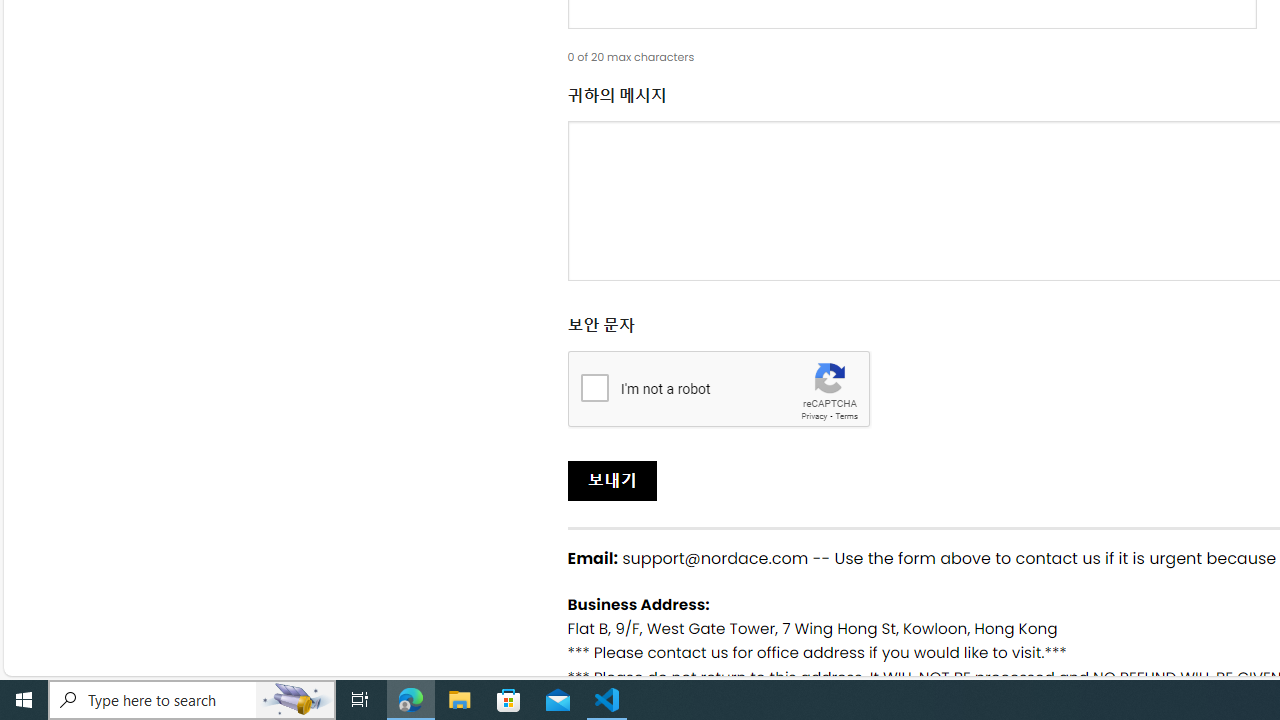 The height and width of the screenshot is (720, 1280). Describe the element at coordinates (846, 415) in the screenshot. I see `'Terms'` at that location.